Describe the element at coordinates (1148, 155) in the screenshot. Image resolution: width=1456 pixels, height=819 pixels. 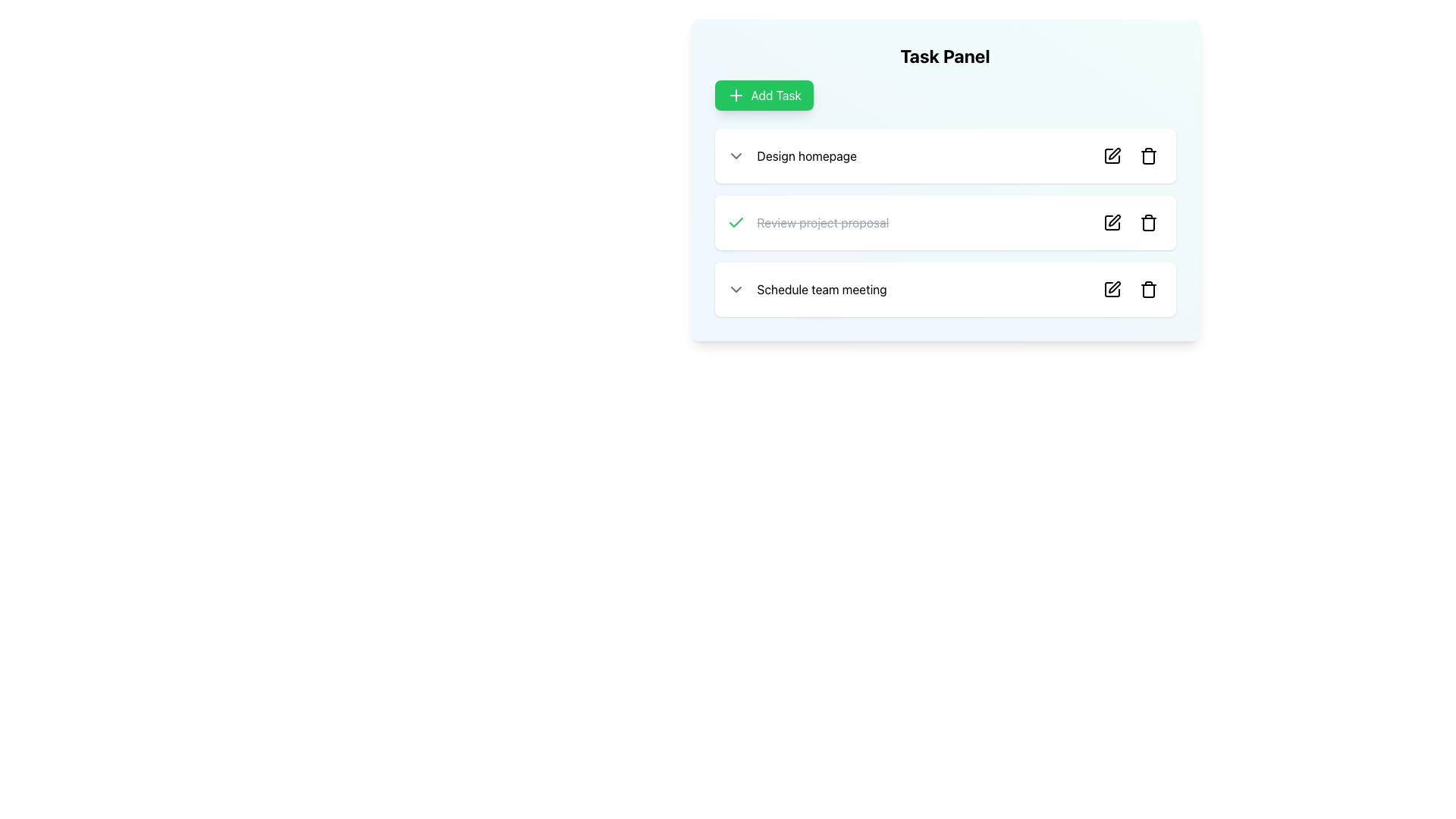
I see `the delete button located in the topmost task row, aligned to the right side next to the edit pencil icon` at that location.